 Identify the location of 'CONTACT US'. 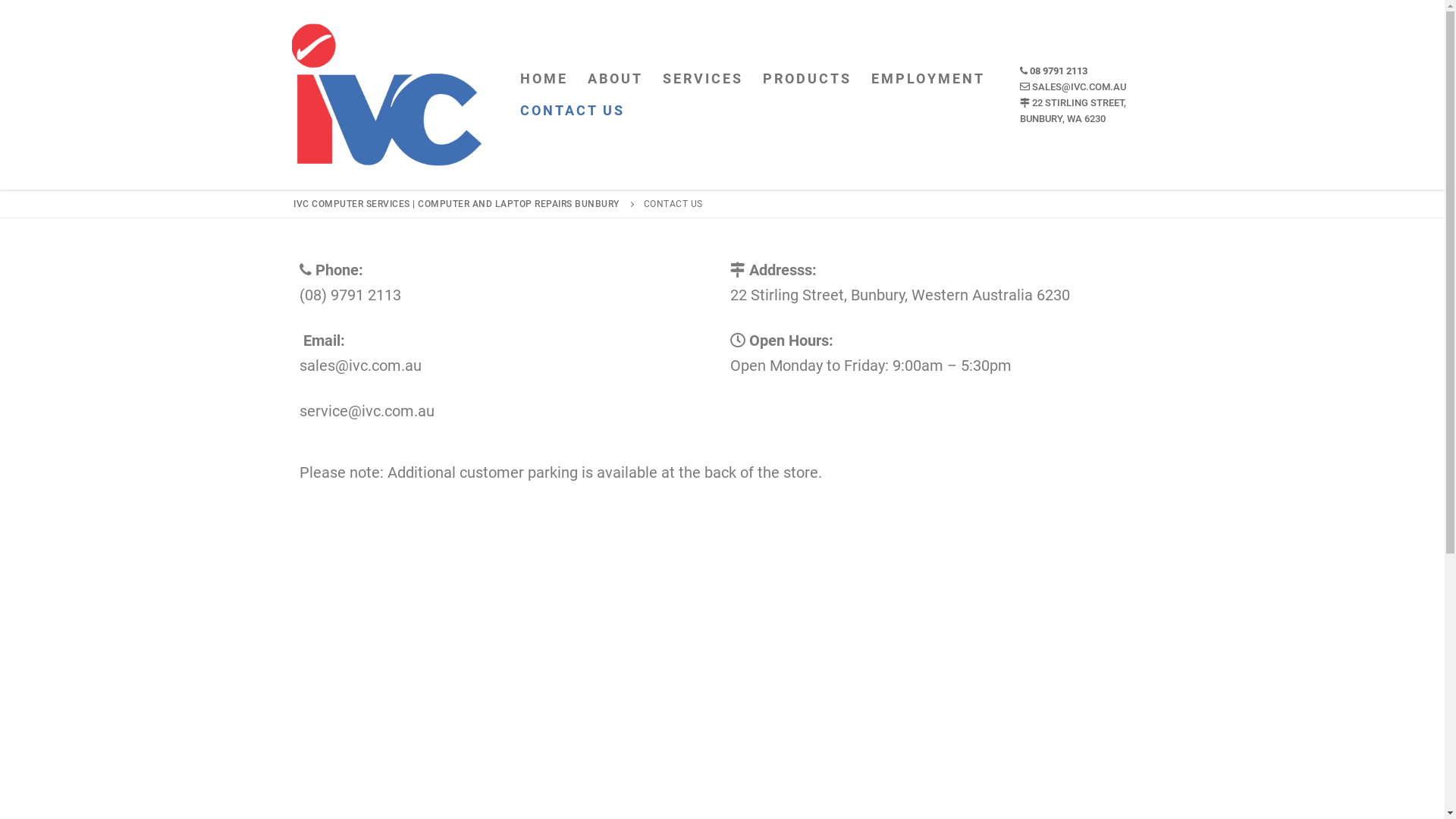
(570, 110).